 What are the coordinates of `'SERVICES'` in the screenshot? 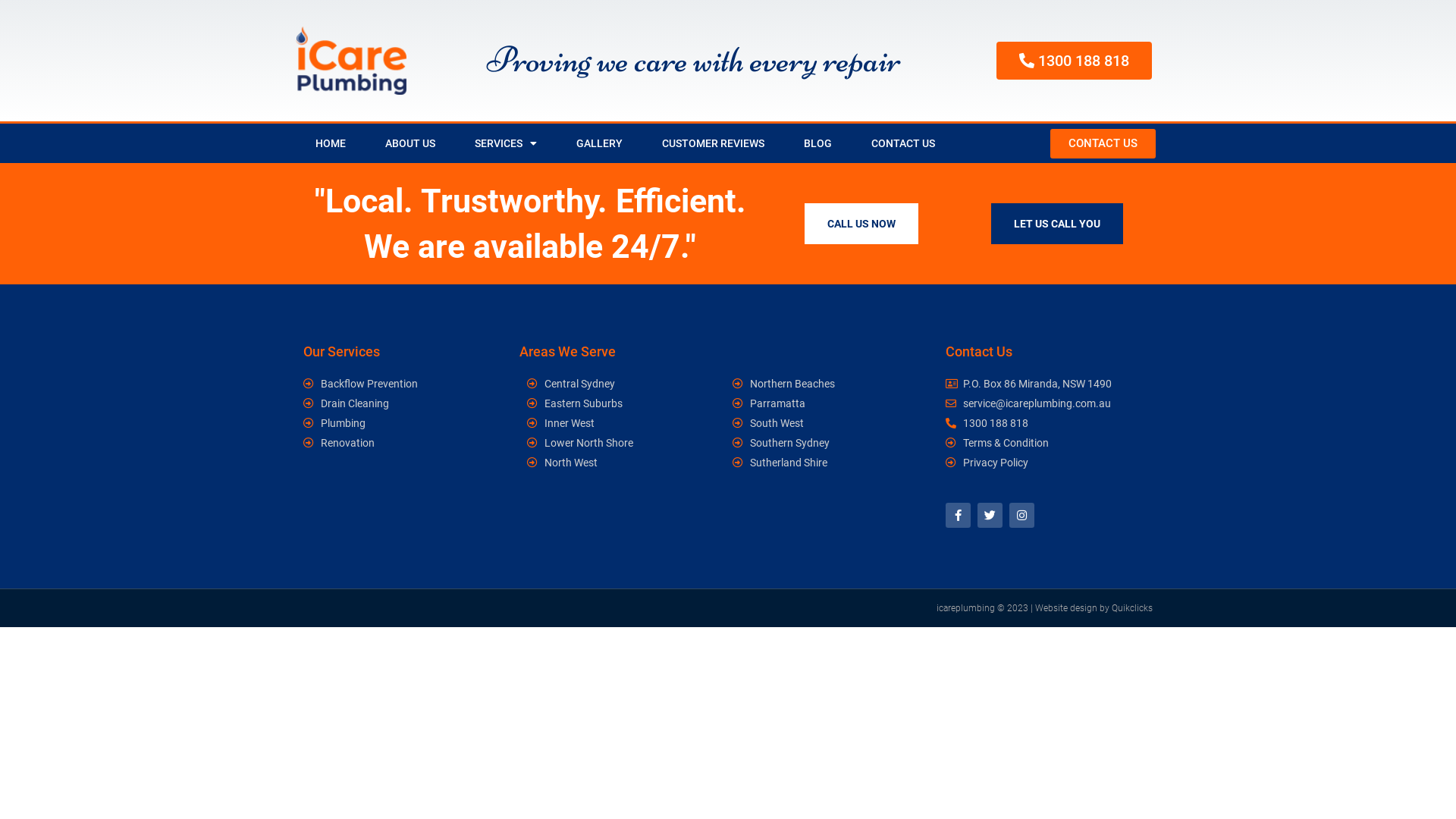 It's located at (506, 143).